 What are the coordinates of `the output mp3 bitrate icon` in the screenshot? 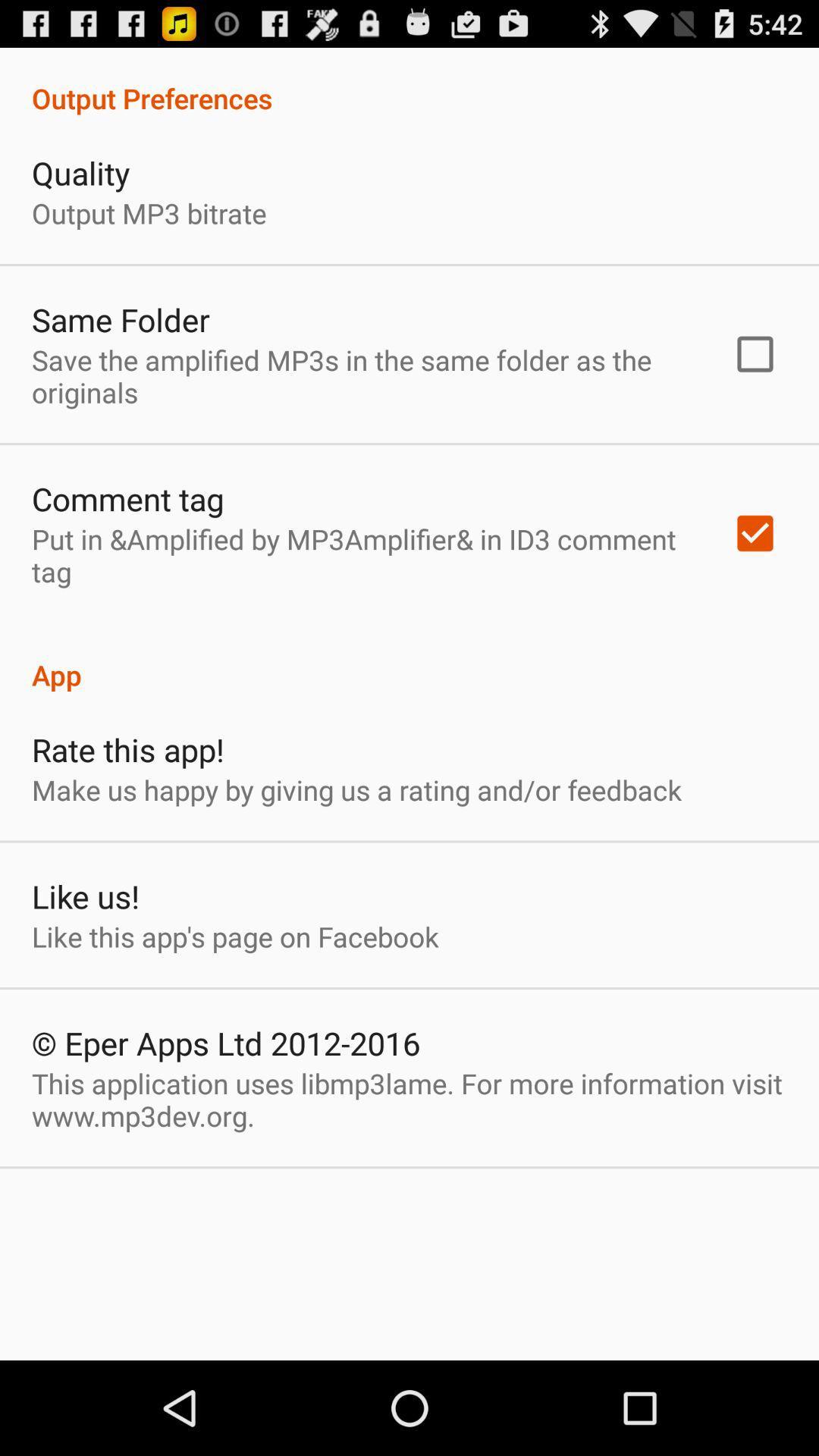 It's located at (149, 212).